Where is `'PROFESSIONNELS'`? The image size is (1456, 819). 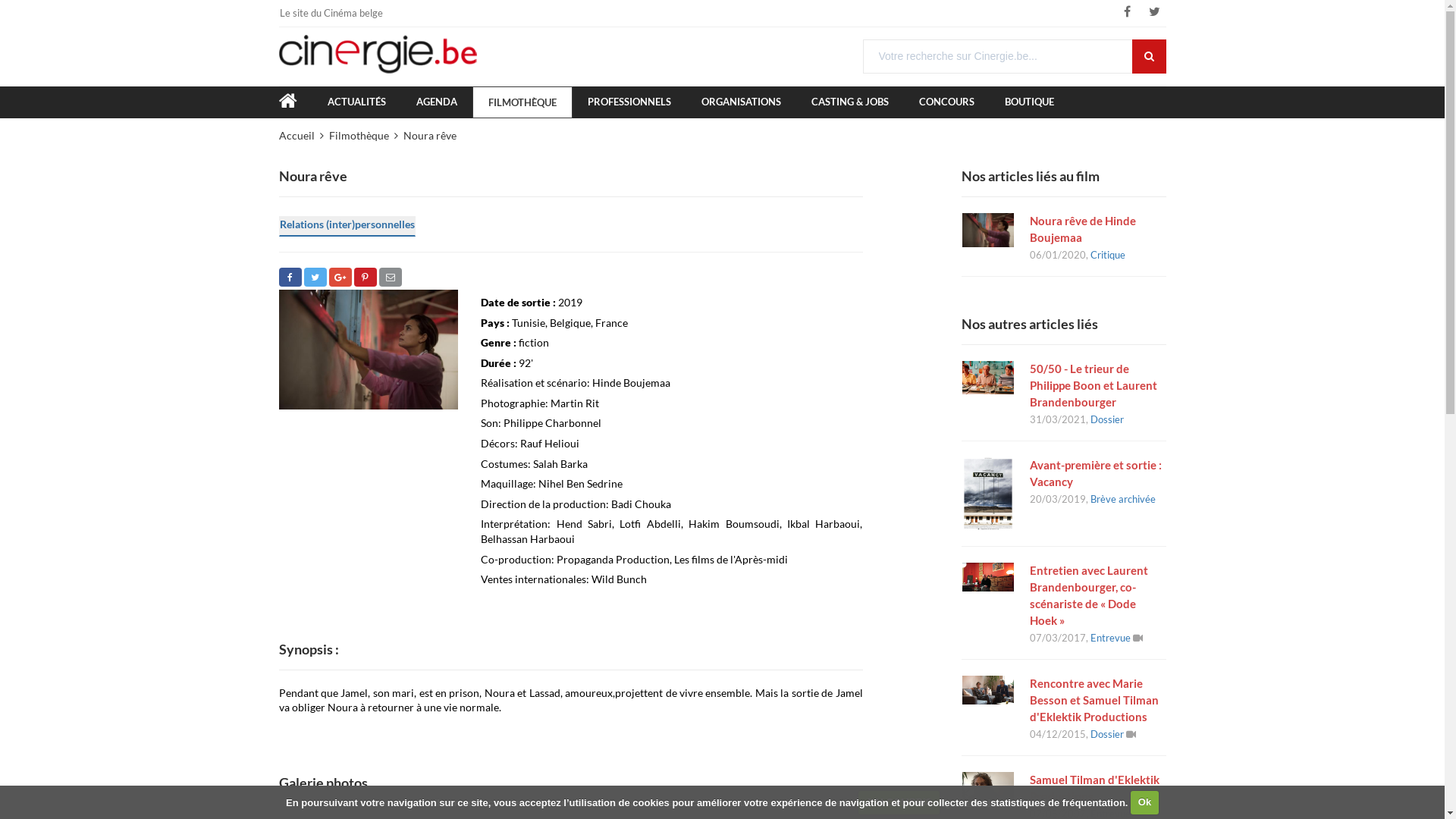 'PROFESSIONNELS' is located at coordinates (629, 102).